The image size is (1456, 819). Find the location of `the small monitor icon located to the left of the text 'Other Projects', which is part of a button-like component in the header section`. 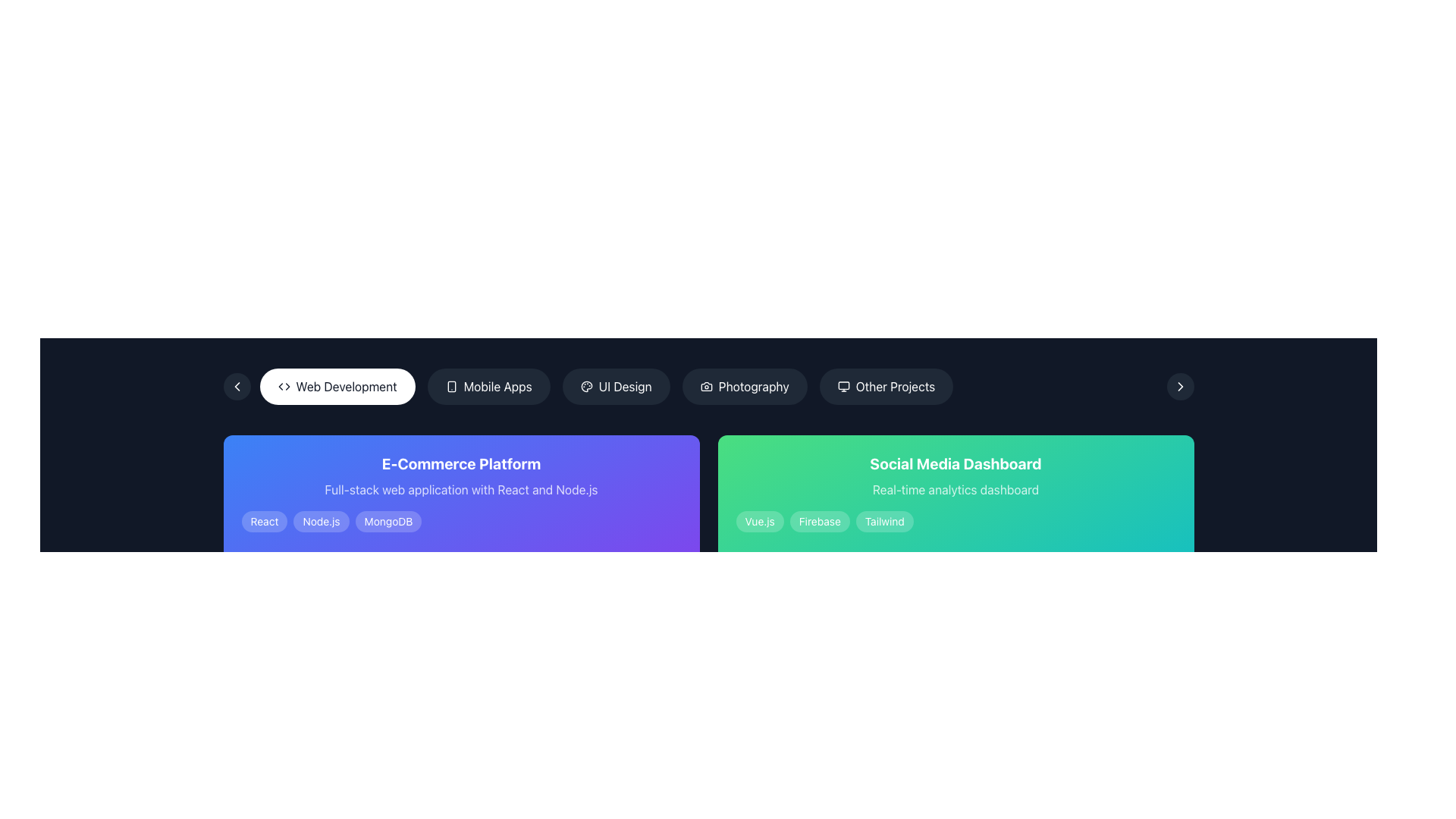

the small monitor icon located to the left of the text 'Other Projects', which is part of a button-like component in the header section is located at coordinates (843, 385).